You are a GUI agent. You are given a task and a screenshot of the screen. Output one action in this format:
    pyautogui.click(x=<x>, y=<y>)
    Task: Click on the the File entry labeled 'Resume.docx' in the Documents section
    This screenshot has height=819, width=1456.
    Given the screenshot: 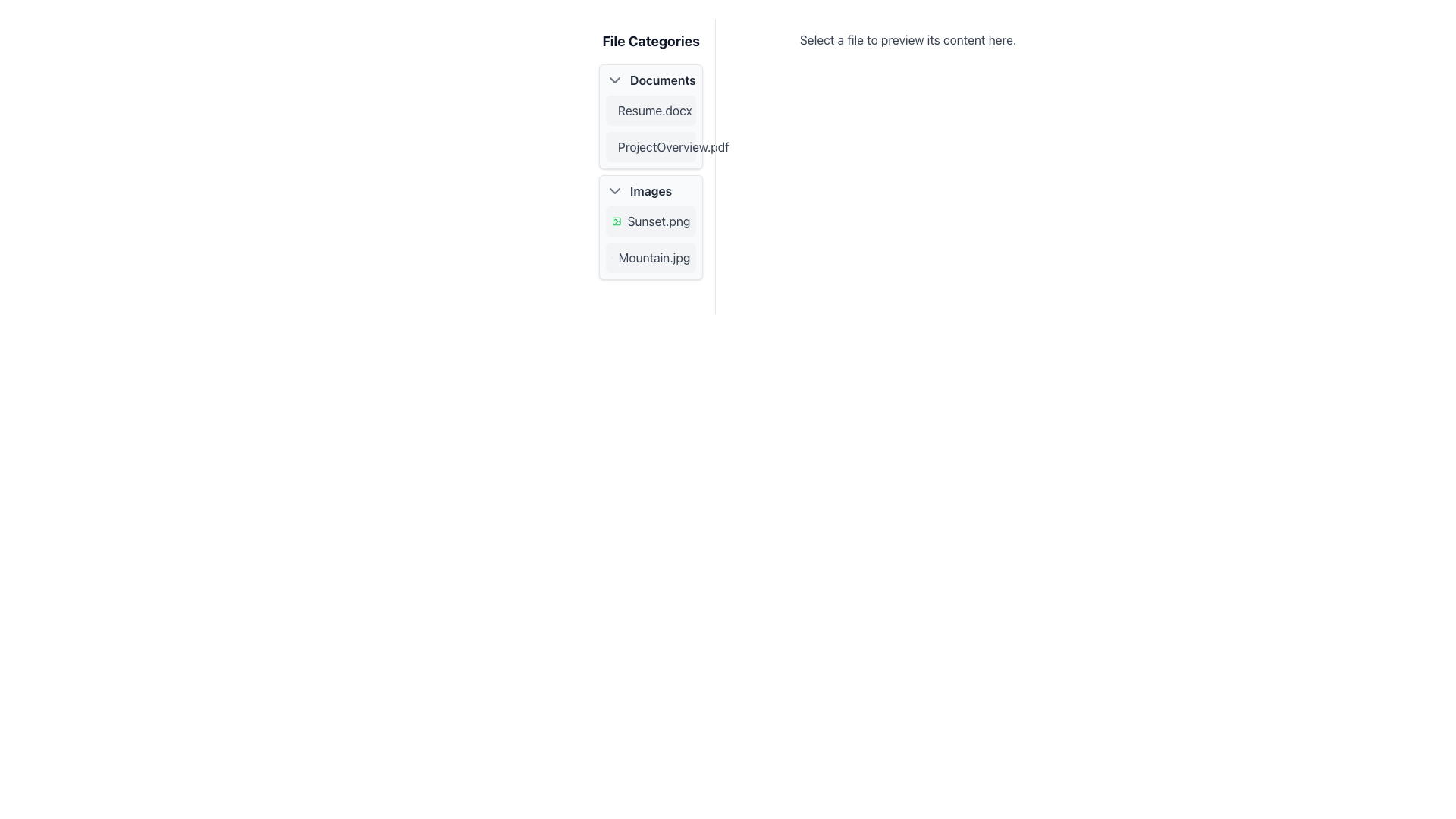 What is the action you would take?
    pyautogui.click(x=651, y=116)
    